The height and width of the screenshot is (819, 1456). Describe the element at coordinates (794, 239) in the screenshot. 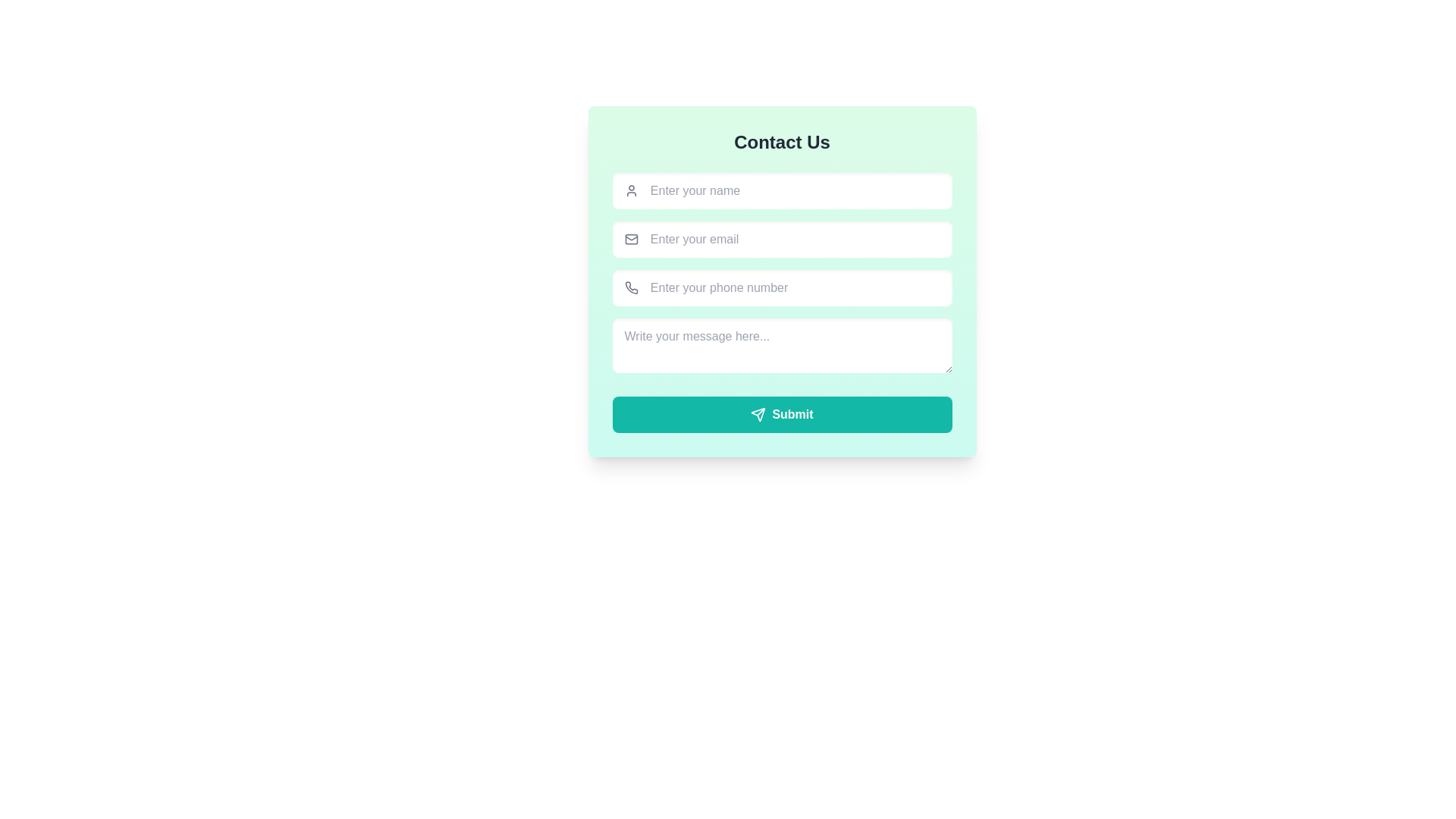

I see `the second input field labeled 'Enter your email' to place the cursor for email address entry` at that location.